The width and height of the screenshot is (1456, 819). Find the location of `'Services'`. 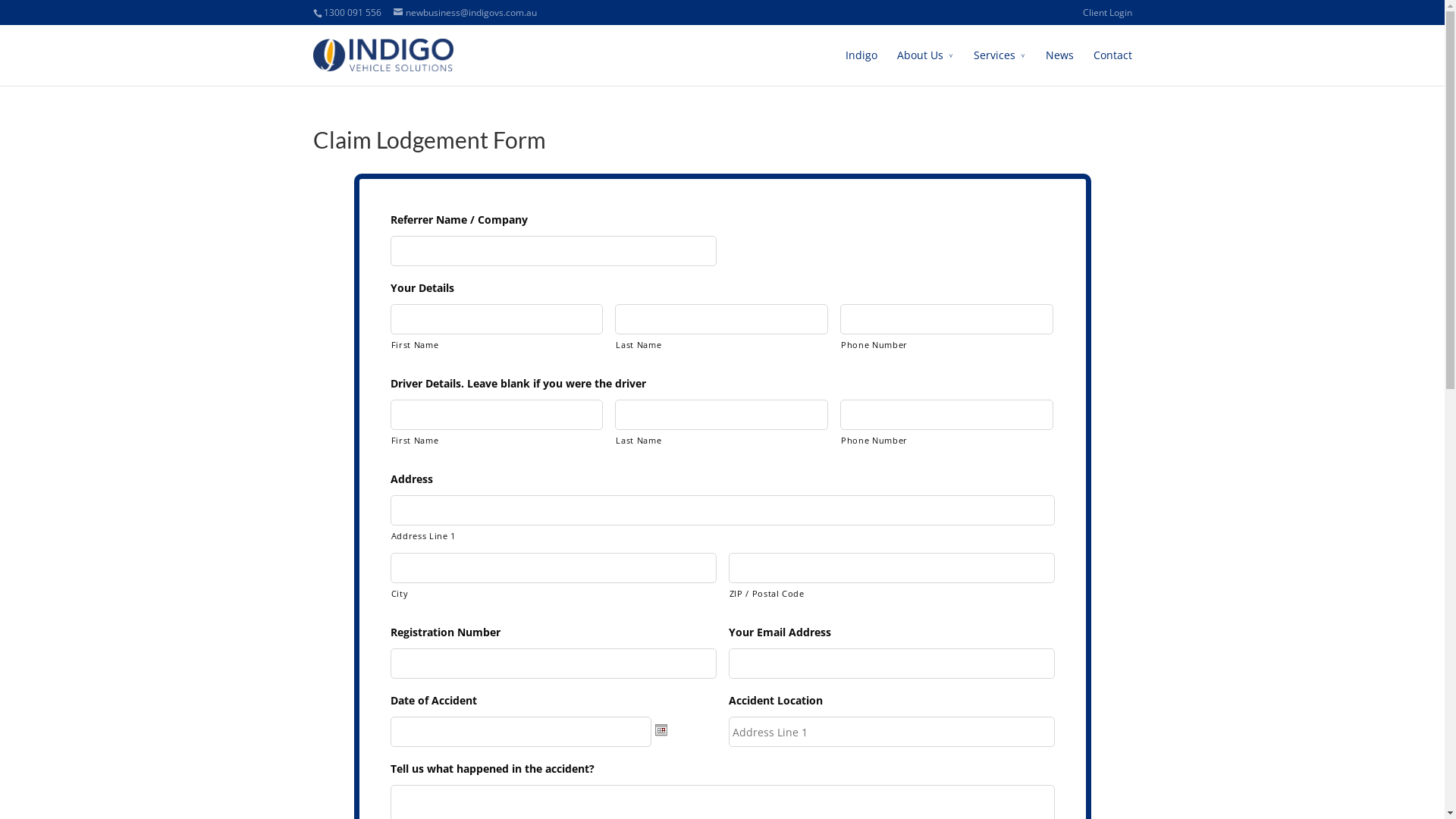

'Services' is located at coordinates (973, 65).